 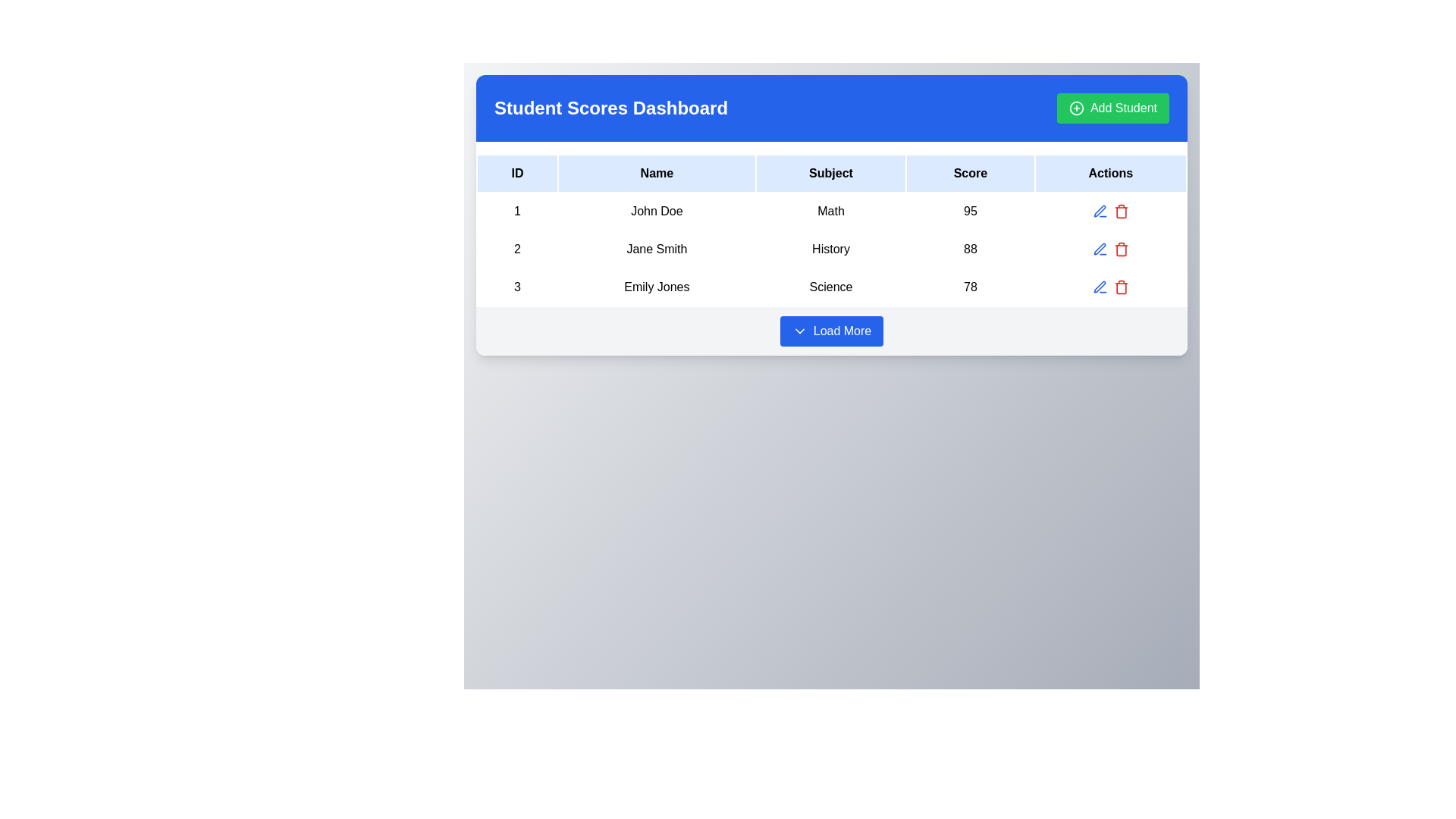 I want to click on the text label displaying the word 'Math', which is located in the third cell of the first row of a table in the 'Subject' column, so click(x=830, y=211).